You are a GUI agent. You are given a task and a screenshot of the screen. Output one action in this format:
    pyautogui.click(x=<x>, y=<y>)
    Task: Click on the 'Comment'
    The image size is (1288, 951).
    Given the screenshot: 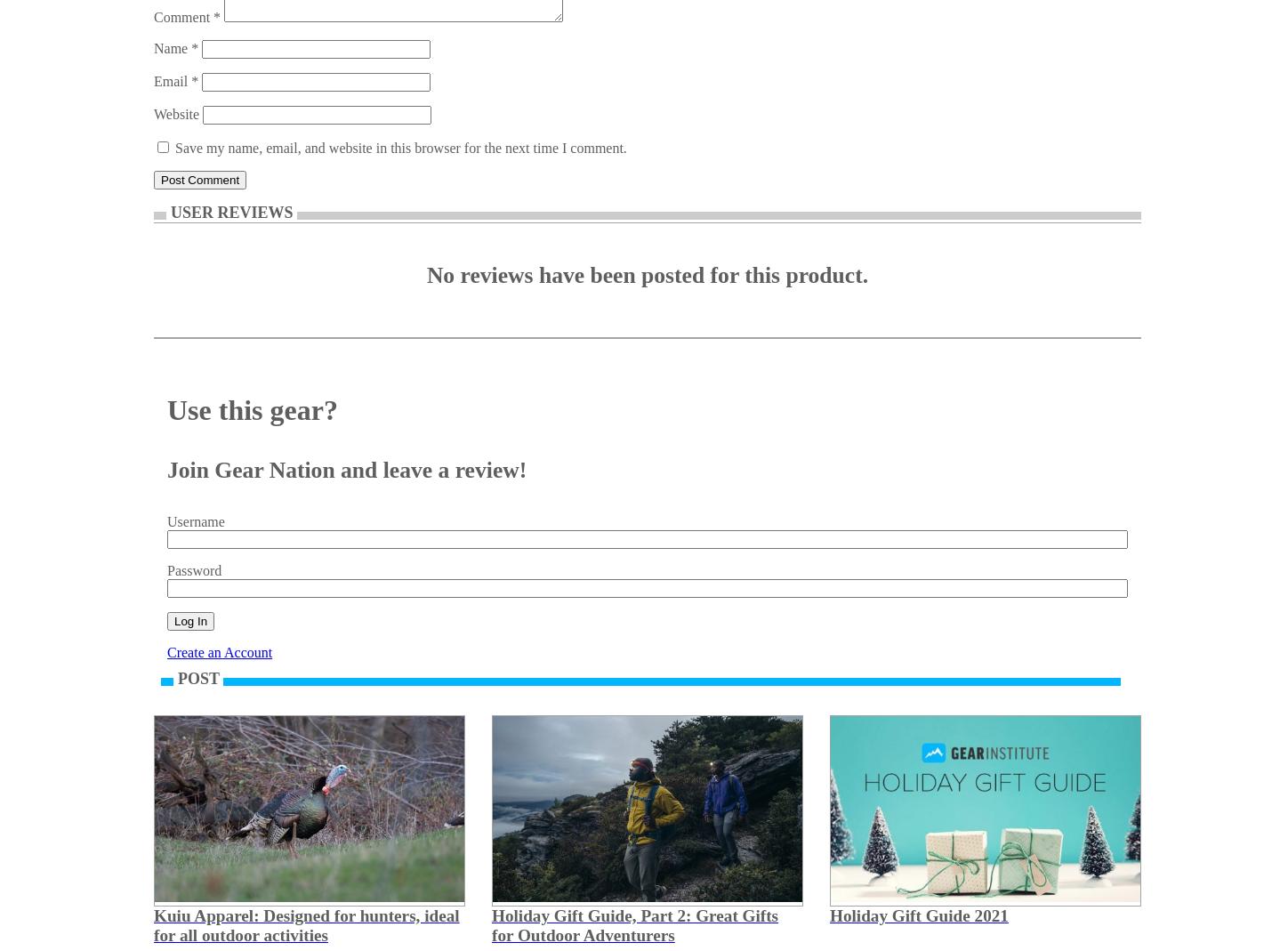 What is the action you would take?
    pyautogui.click(x=153, y=16)
    